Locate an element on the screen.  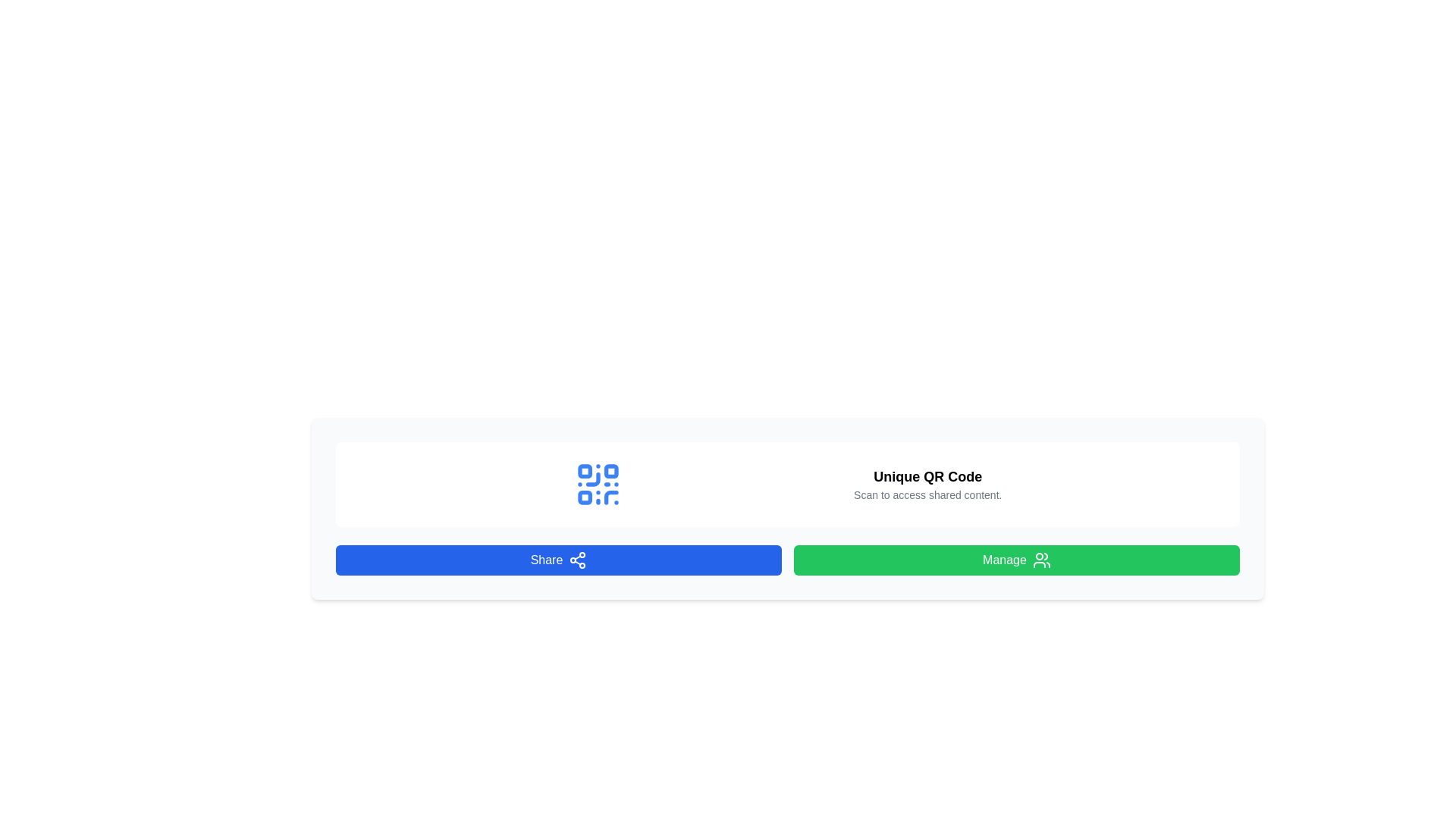
the text label that reads 'Scan is located at coordinates (927, 494).